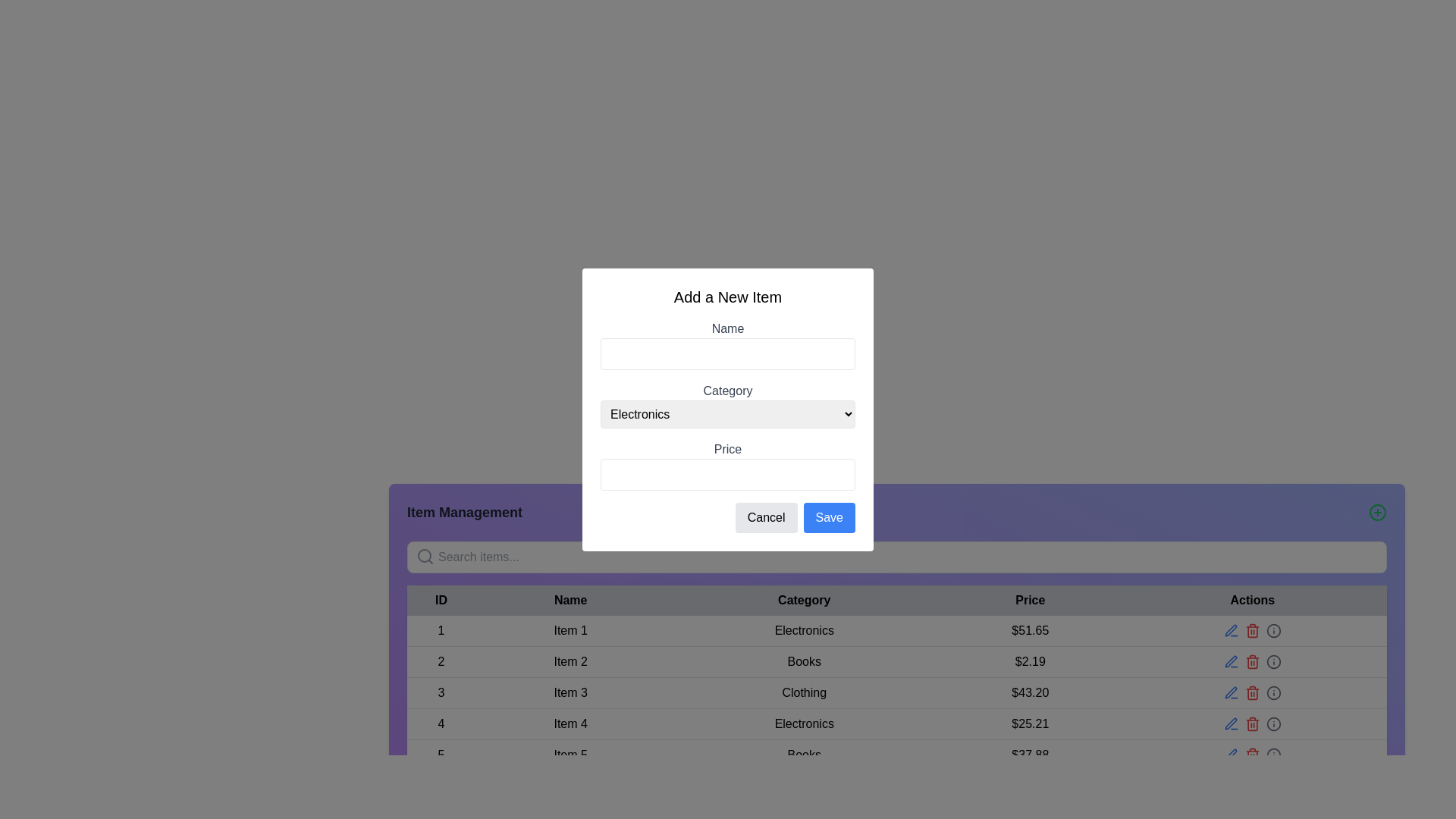 This screenshot has width=1456, height=819. I want to click on the 'Cancel' button, which is a rectangular button with rounded corners and a gray background, displaying the text 'Cancel' in black. It is located at the bottom center of the dialog box, to the left of the 'Save' button, so click(766, 516).